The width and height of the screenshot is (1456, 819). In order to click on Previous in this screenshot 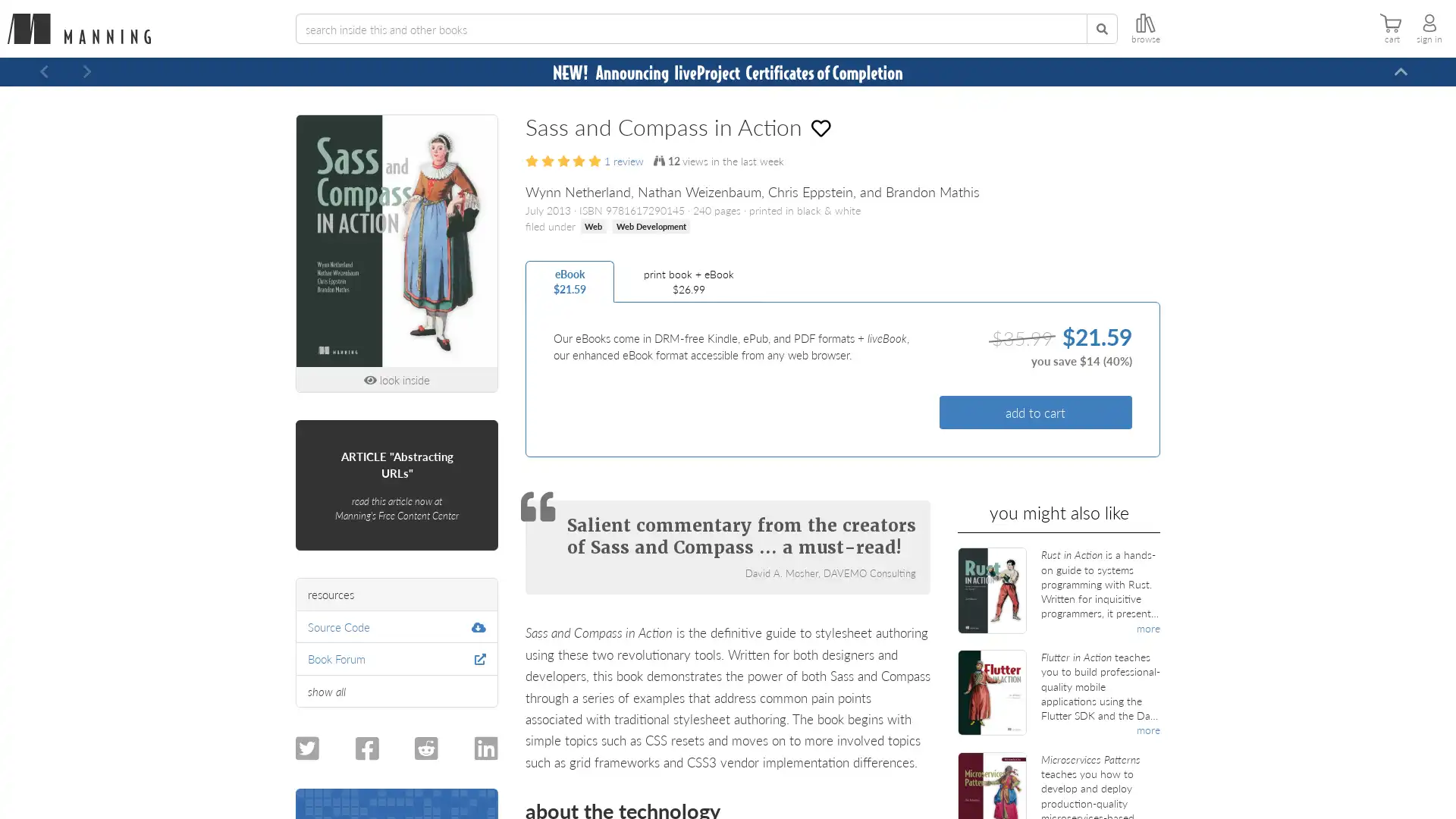, I will do `click(44, 72)`.